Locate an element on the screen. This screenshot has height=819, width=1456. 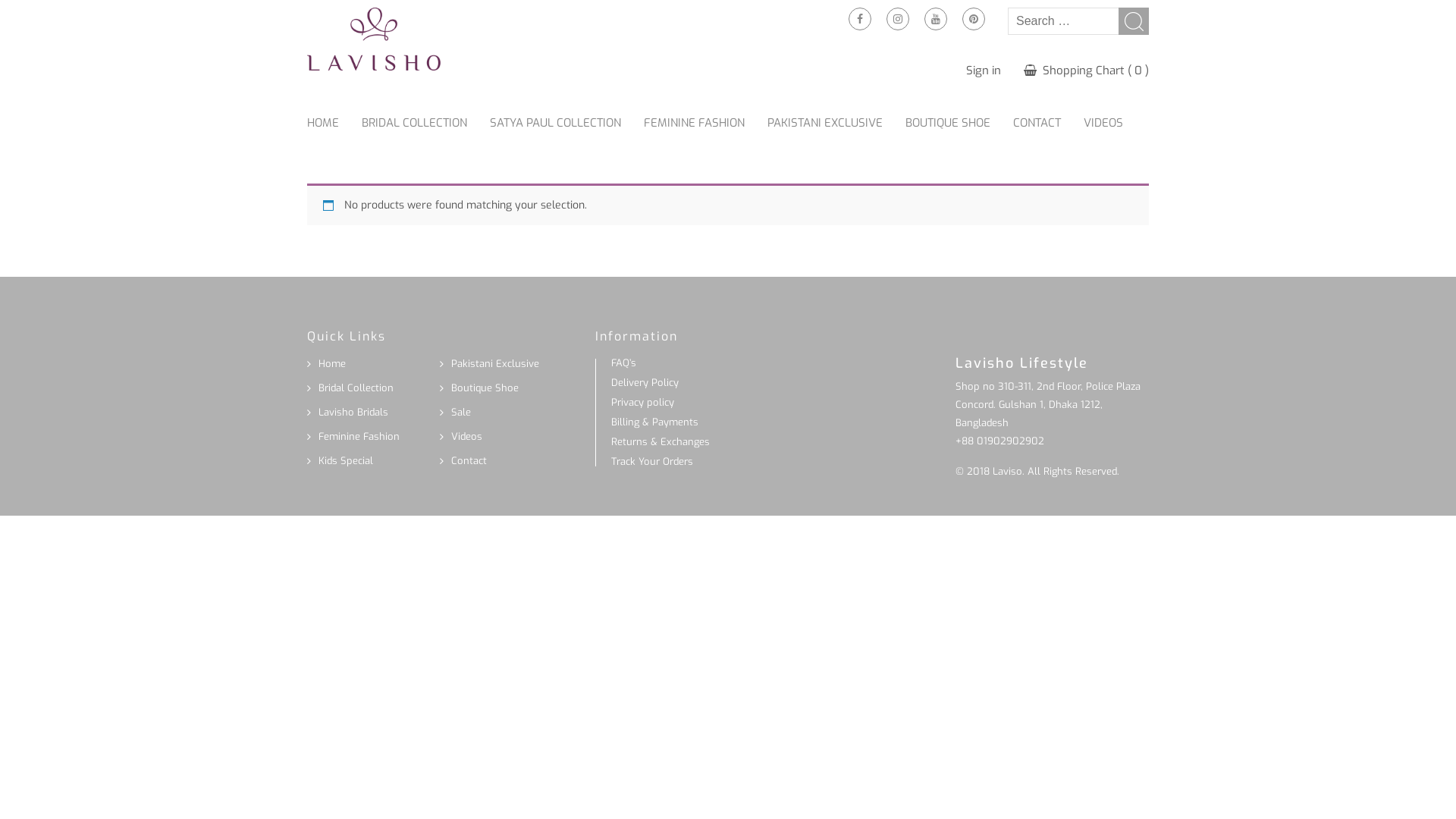
'CONTACT' is located at coordinates (1047, 122).